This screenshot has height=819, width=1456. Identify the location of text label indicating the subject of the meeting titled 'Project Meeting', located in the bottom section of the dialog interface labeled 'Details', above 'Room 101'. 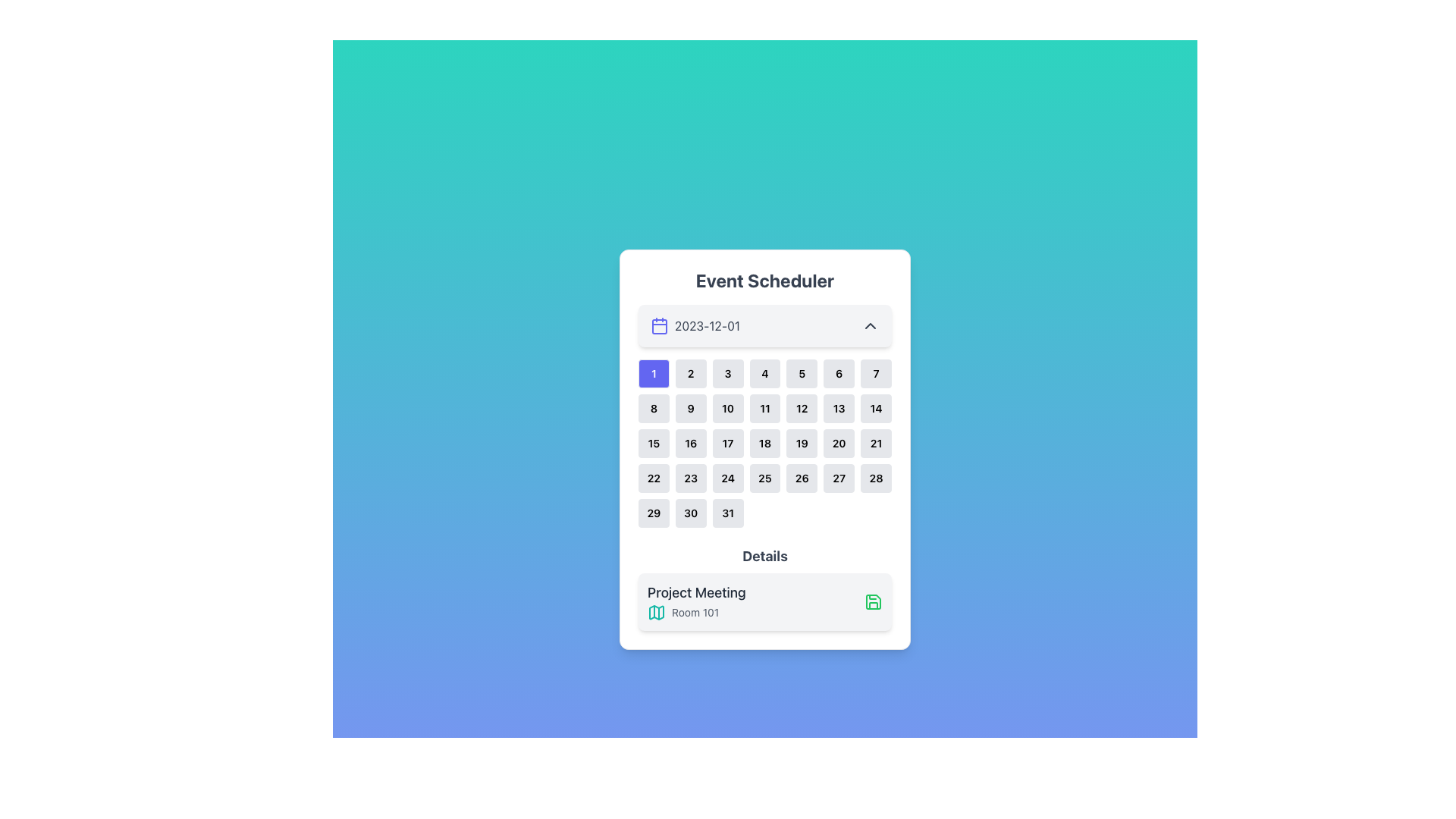
(695, 592).